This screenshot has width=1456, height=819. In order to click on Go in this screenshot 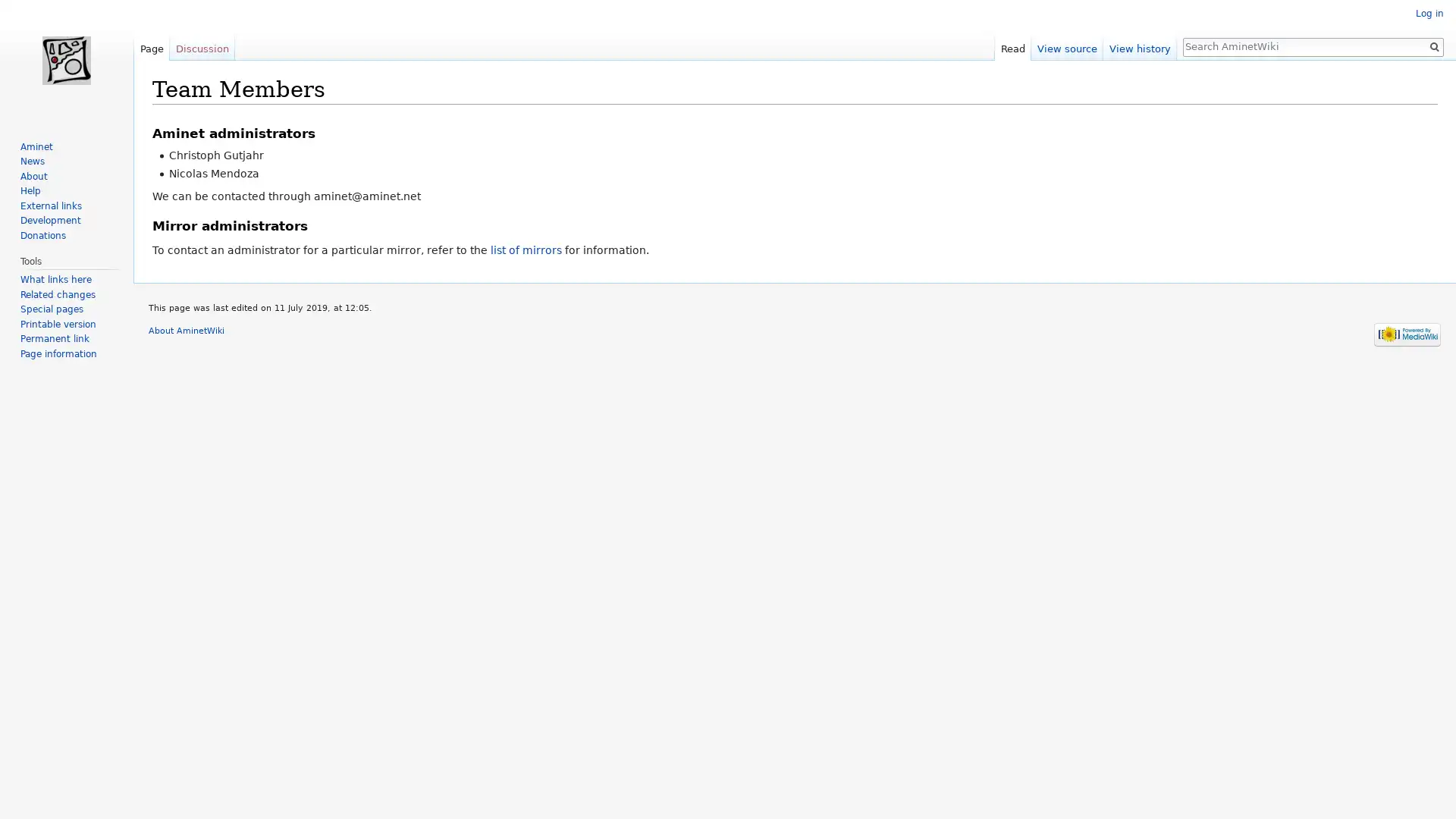, I will do `click(1433, 45)`.